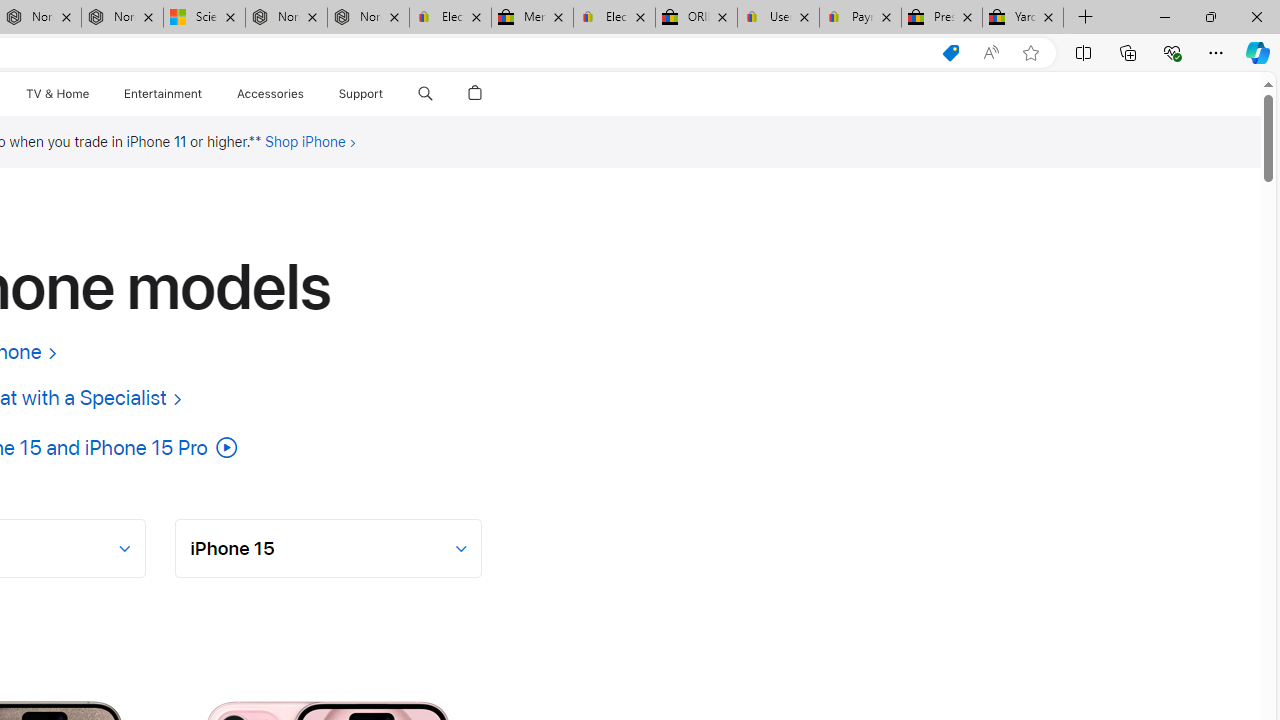  Describe the element at coordinates (361, 93) in the screenshot. I see `'Support'` at that location.